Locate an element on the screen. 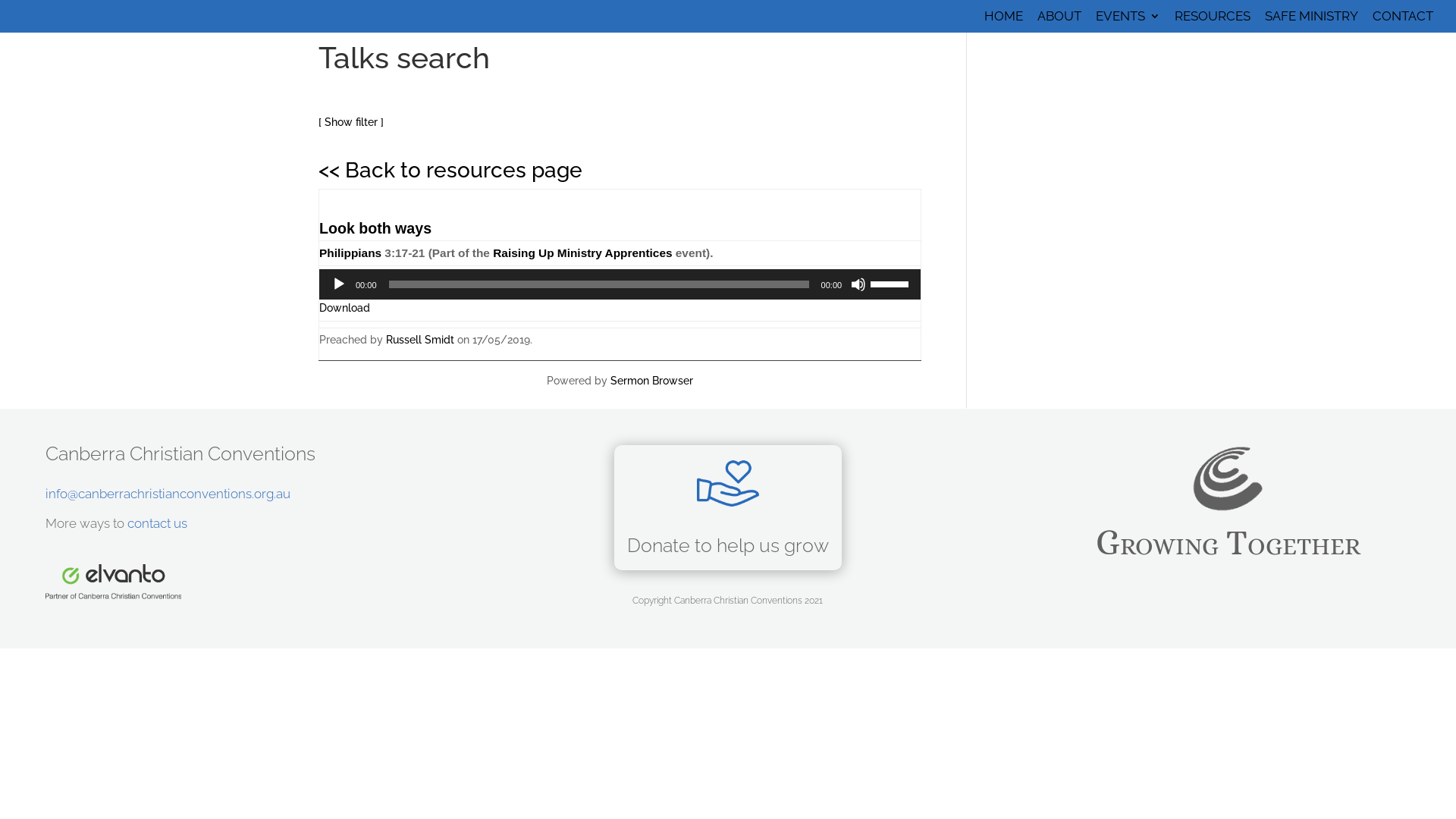 The height and width of the screenshot is (819, 1456). 'CONTACT' is located at coordinates (1401, 20).